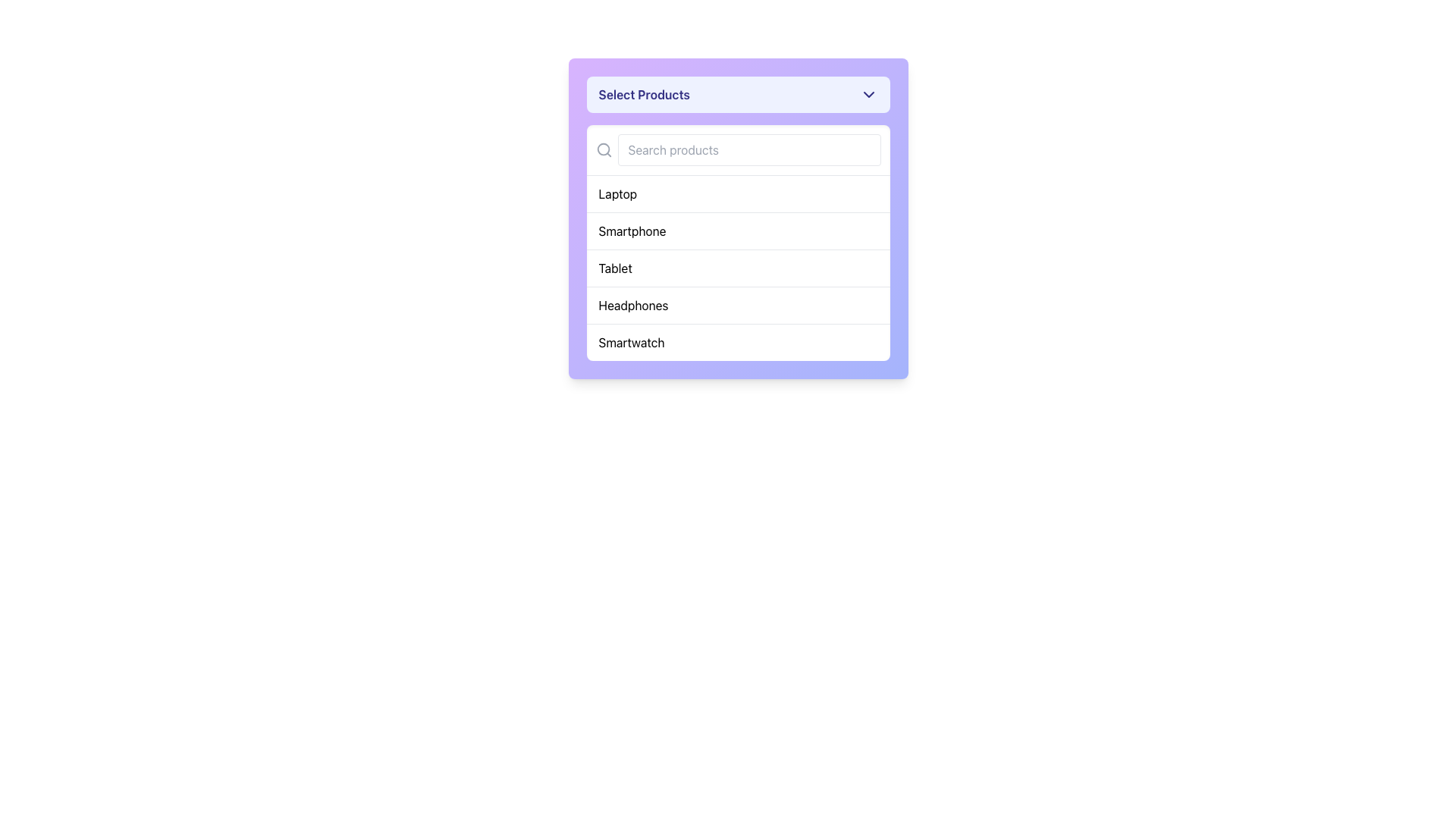 The width and height of the screenshot is (1456, 819). Describe the element at coordinates (738, 305) in the screenshot. I see `the fourth list item labeled 'Headphones' in the vertical menu` at that location.